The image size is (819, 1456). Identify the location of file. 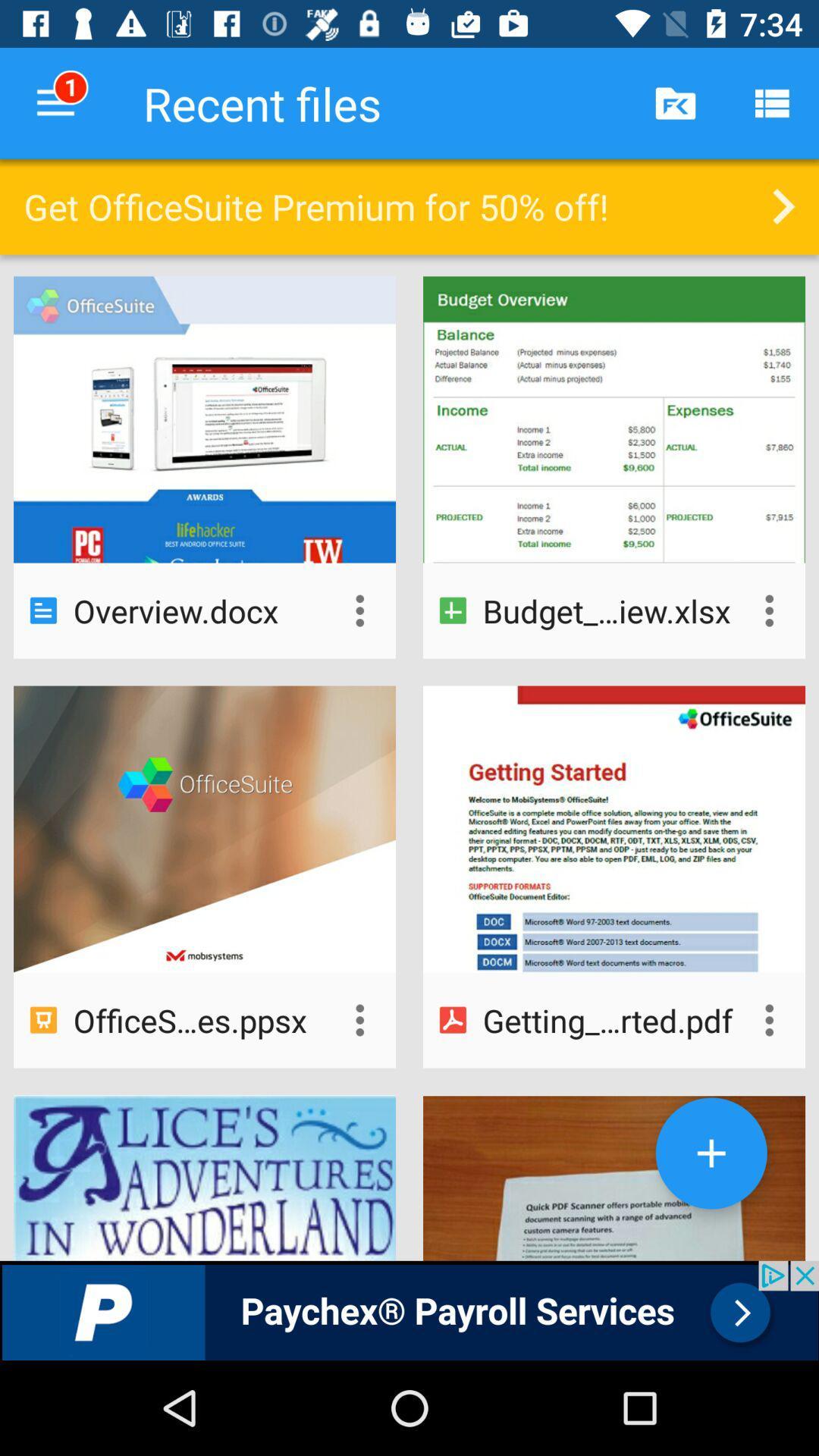
(711, 1153).